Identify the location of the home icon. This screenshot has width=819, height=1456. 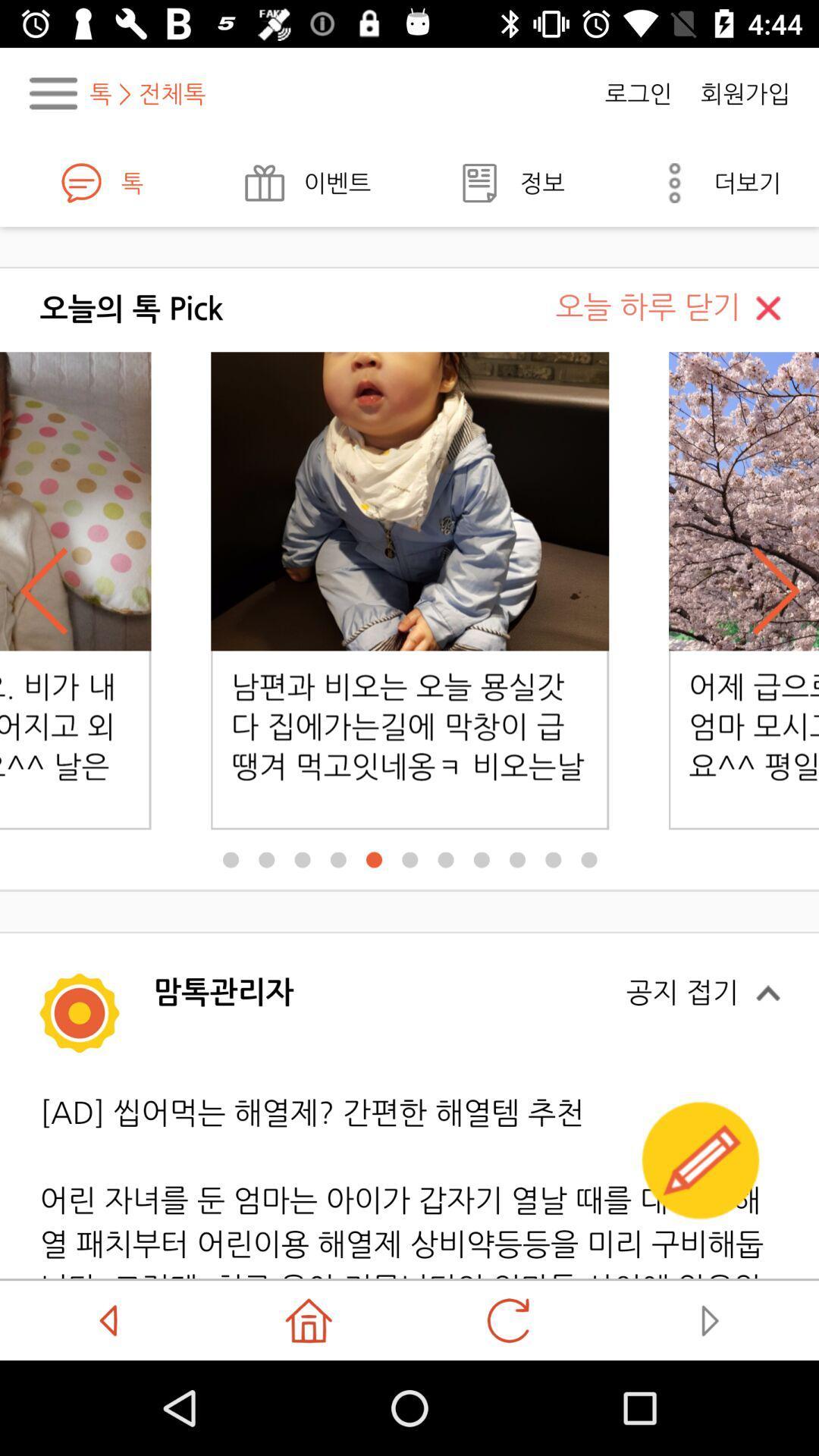
(308, 1319).